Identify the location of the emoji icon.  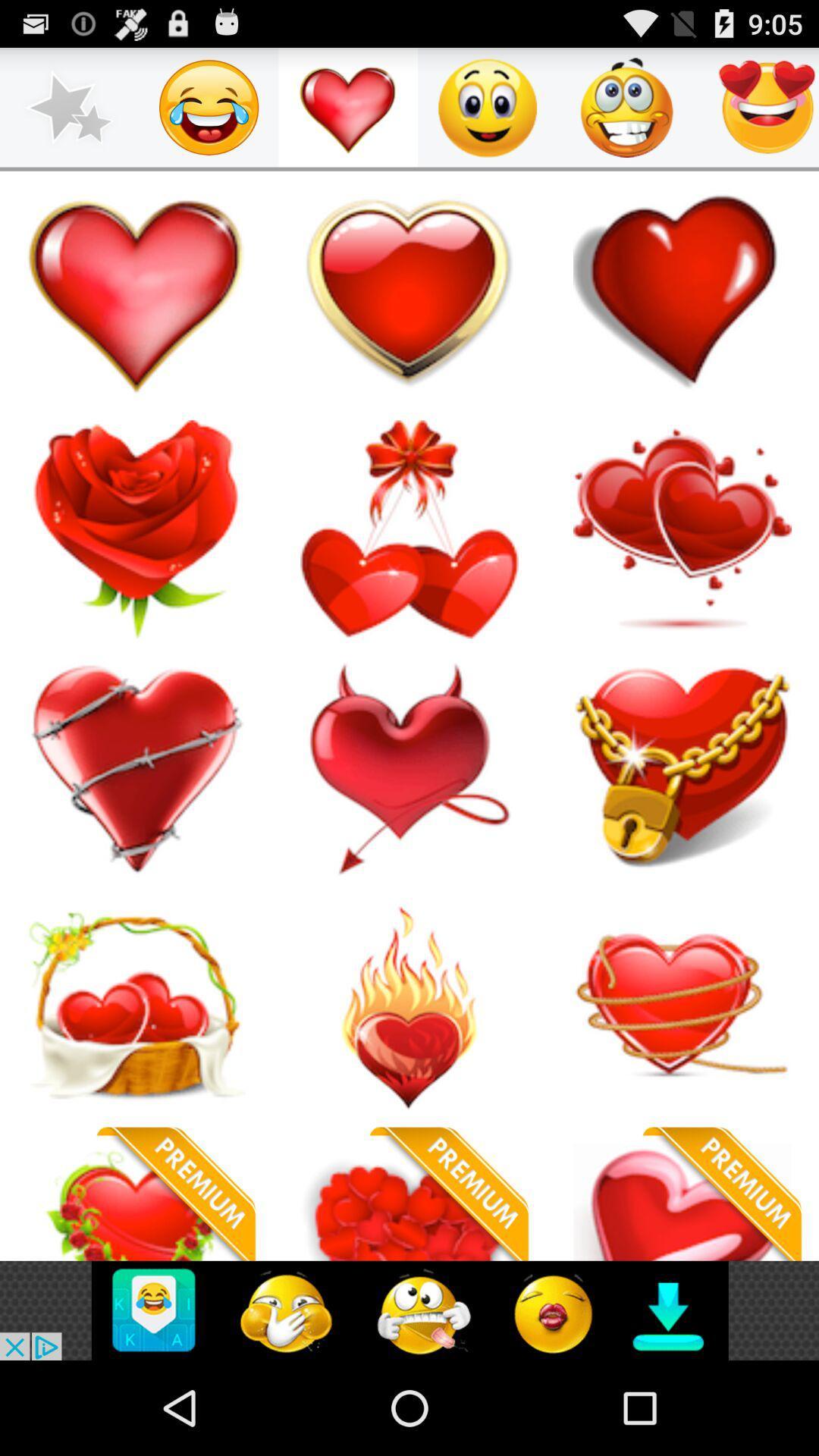
(209, 115).